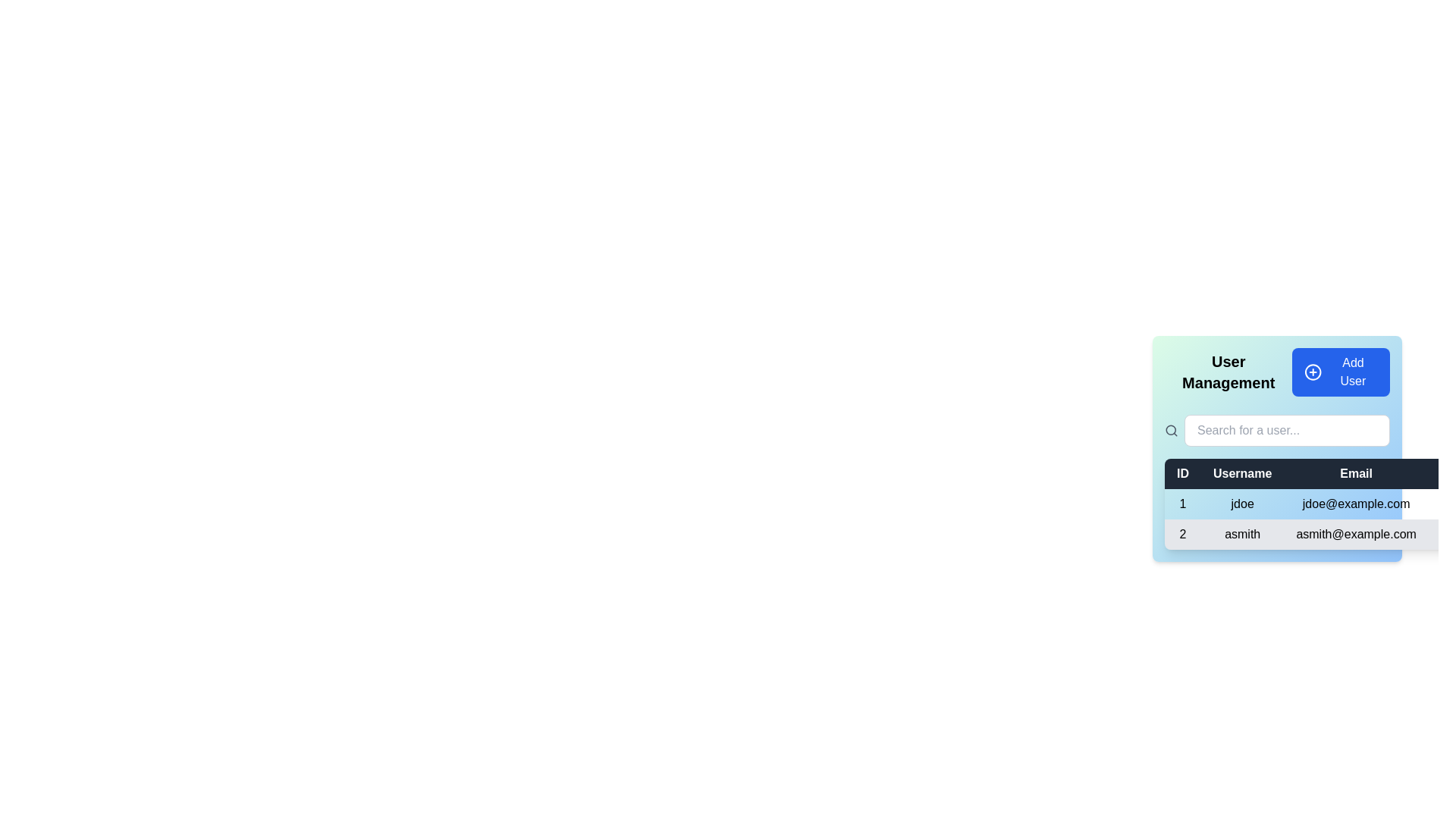  Describe the element at coordinates (1356, 472) in the screenshot. I see `the 'Email' text label, which is styled as a table header with a dark background and white text, positioned between the 'Username' and 'Status' column headers` at that location.